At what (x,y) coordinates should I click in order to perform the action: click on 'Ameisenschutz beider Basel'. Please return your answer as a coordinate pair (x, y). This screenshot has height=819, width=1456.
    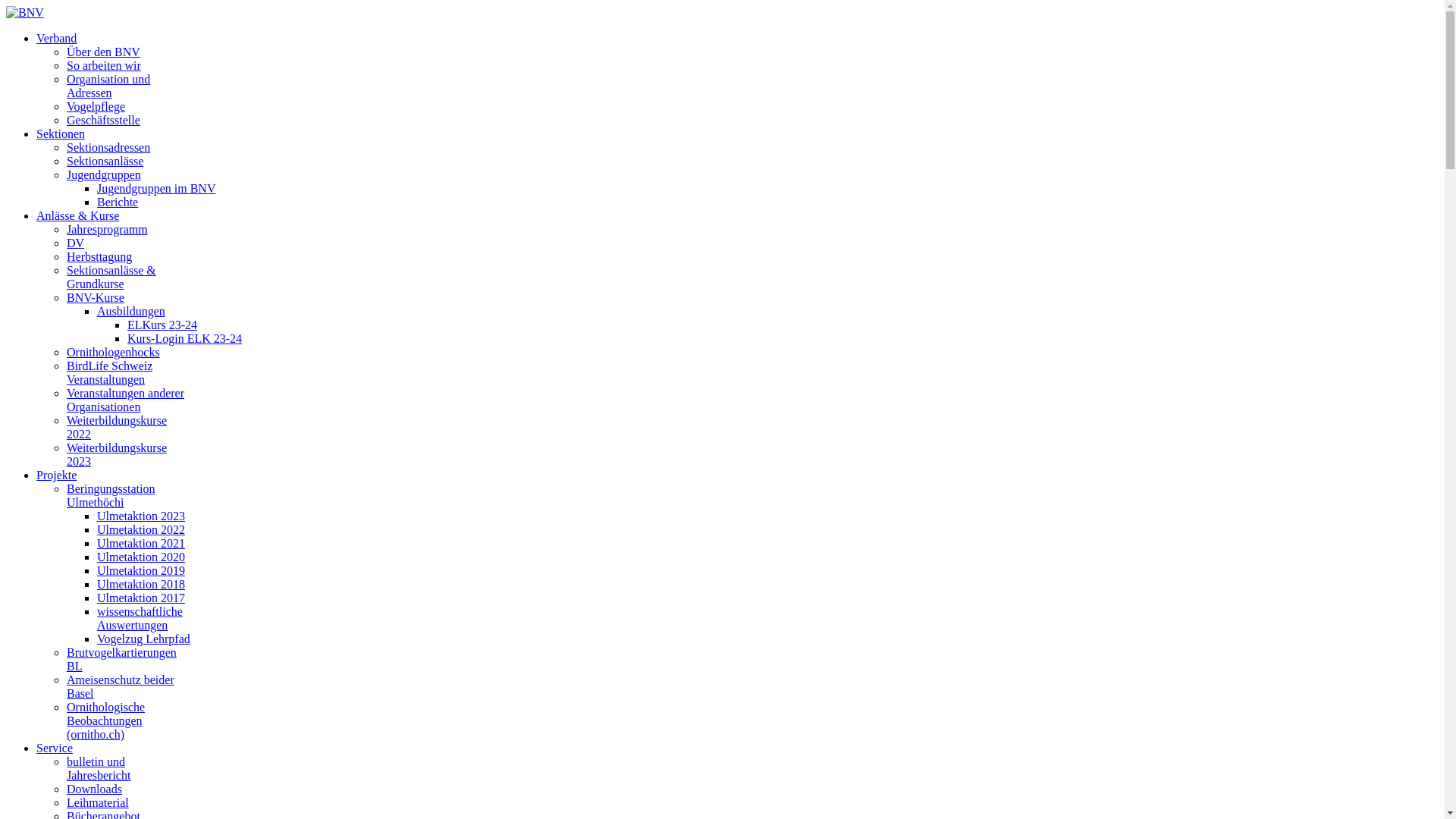
    Looking at the image, I should click on (119, 686).